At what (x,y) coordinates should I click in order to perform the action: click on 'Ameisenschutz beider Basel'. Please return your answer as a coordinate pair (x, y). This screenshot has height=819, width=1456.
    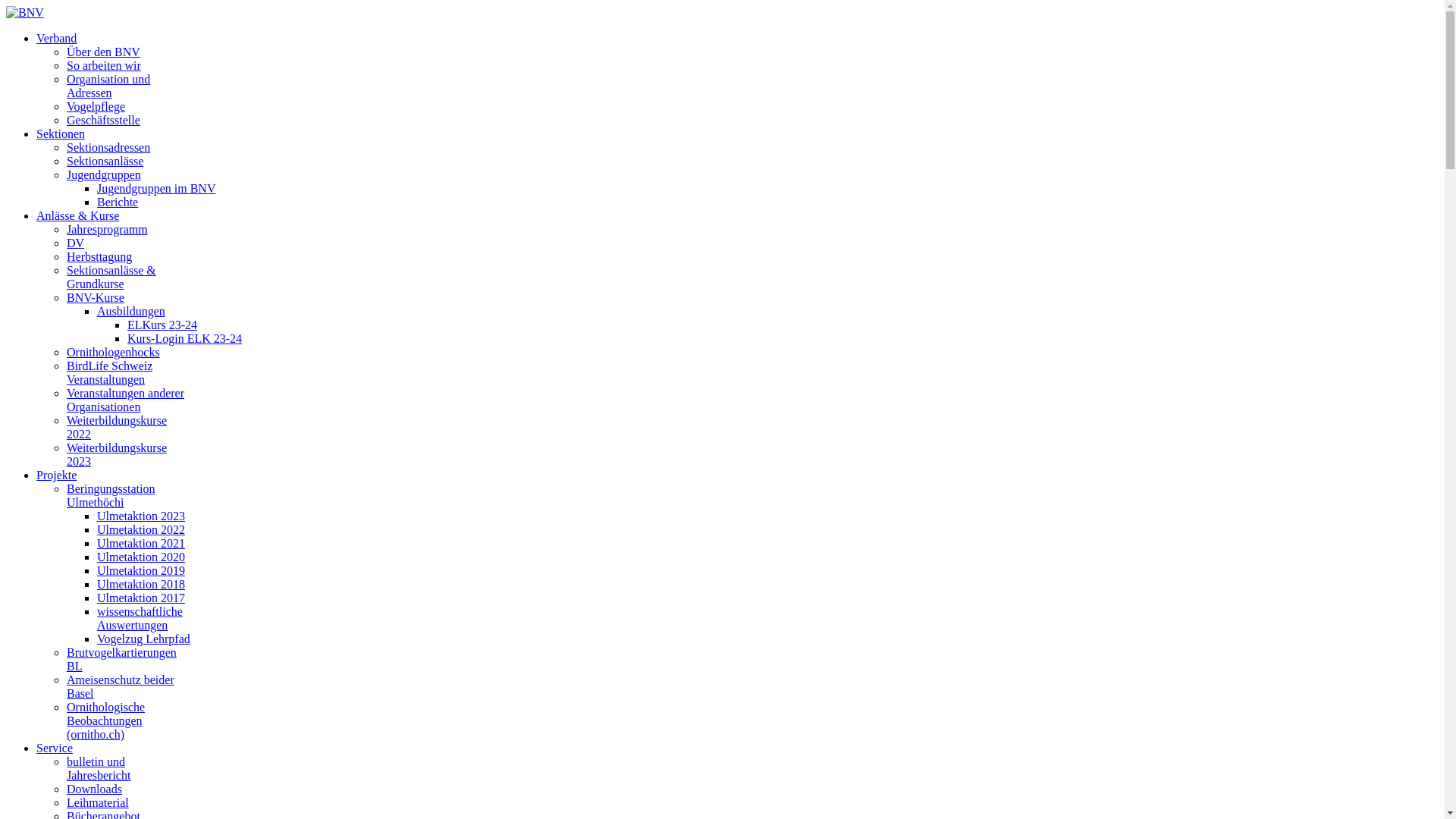
    Looking at the image, I should click on (119, 686).